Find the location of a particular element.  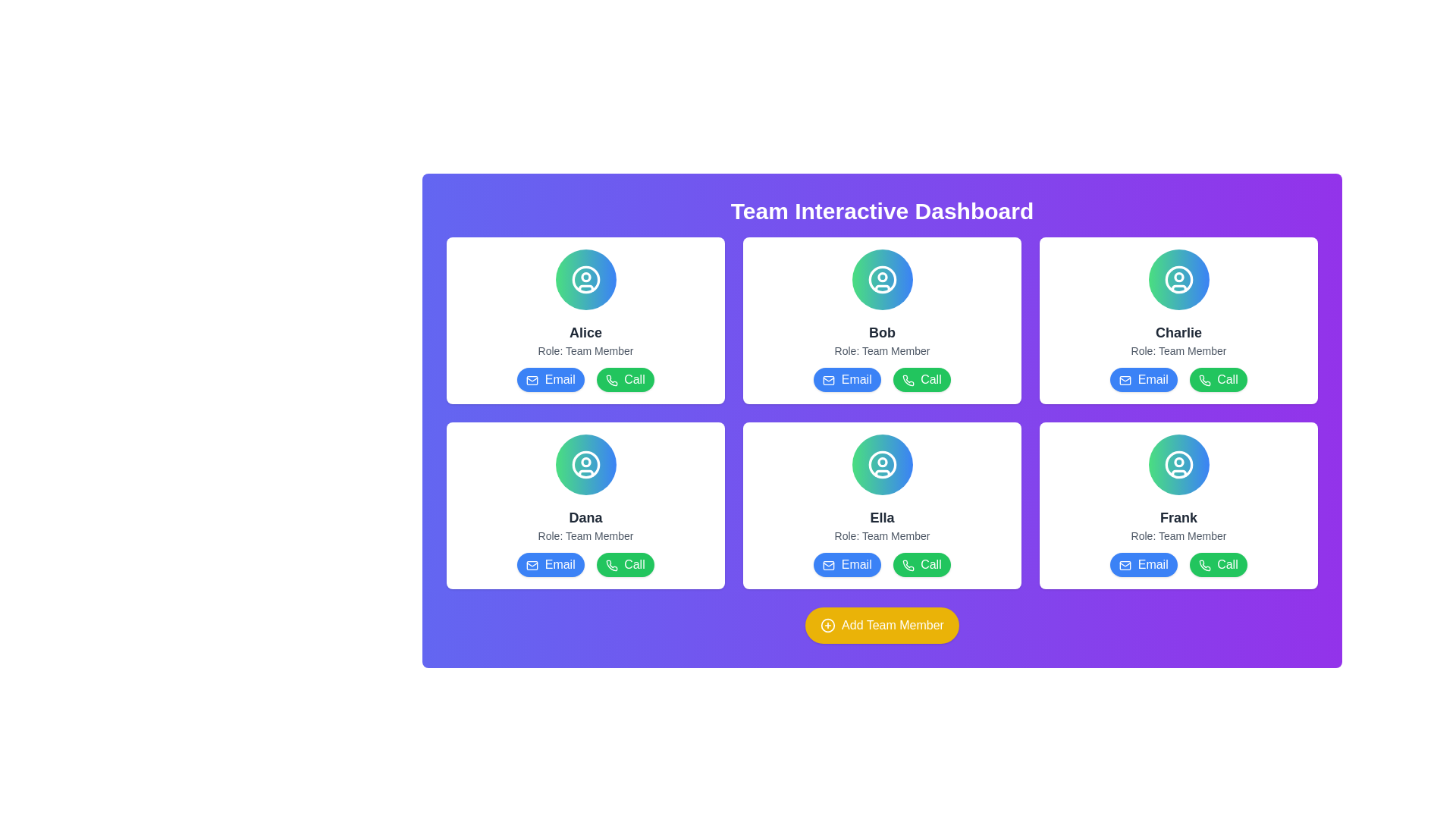

the decorative graphical line within the user icon representing Dana's profile, located in the bottom-left position among six displayed cards is located at coordinates (585, 472).